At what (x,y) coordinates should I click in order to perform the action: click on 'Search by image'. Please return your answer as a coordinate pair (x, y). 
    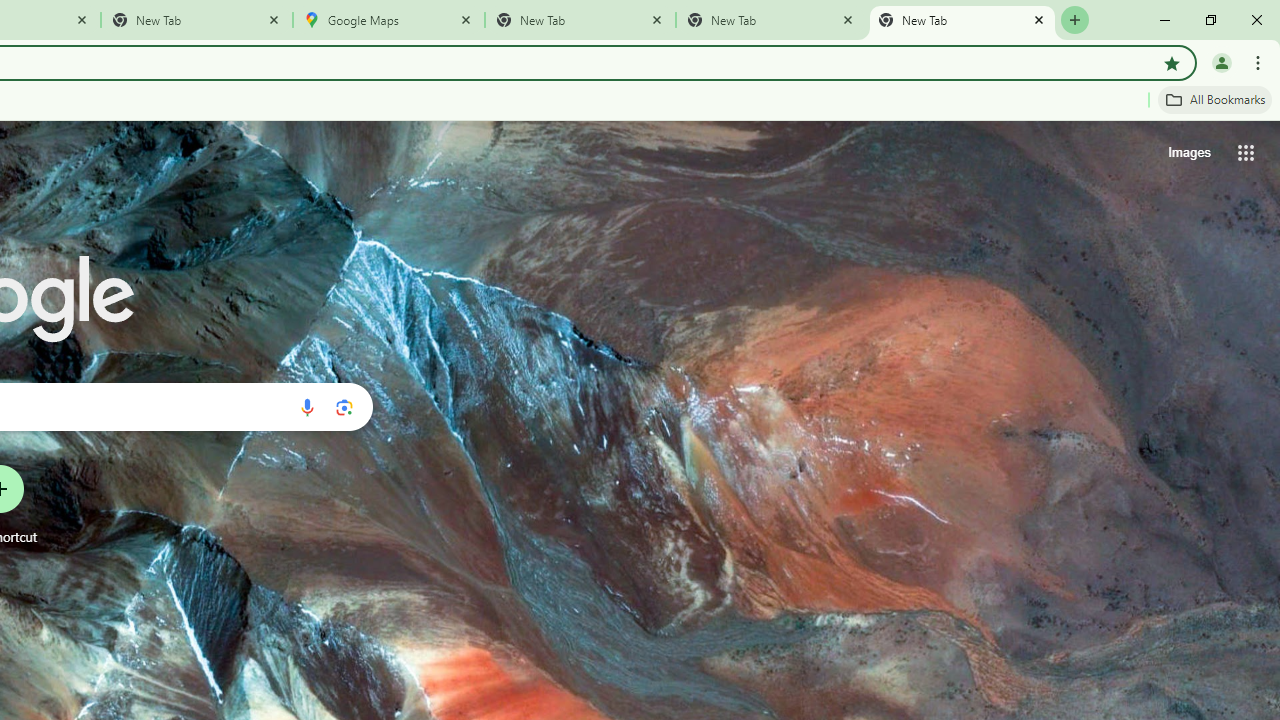
    Looking at the image, I should click on (344, 406).